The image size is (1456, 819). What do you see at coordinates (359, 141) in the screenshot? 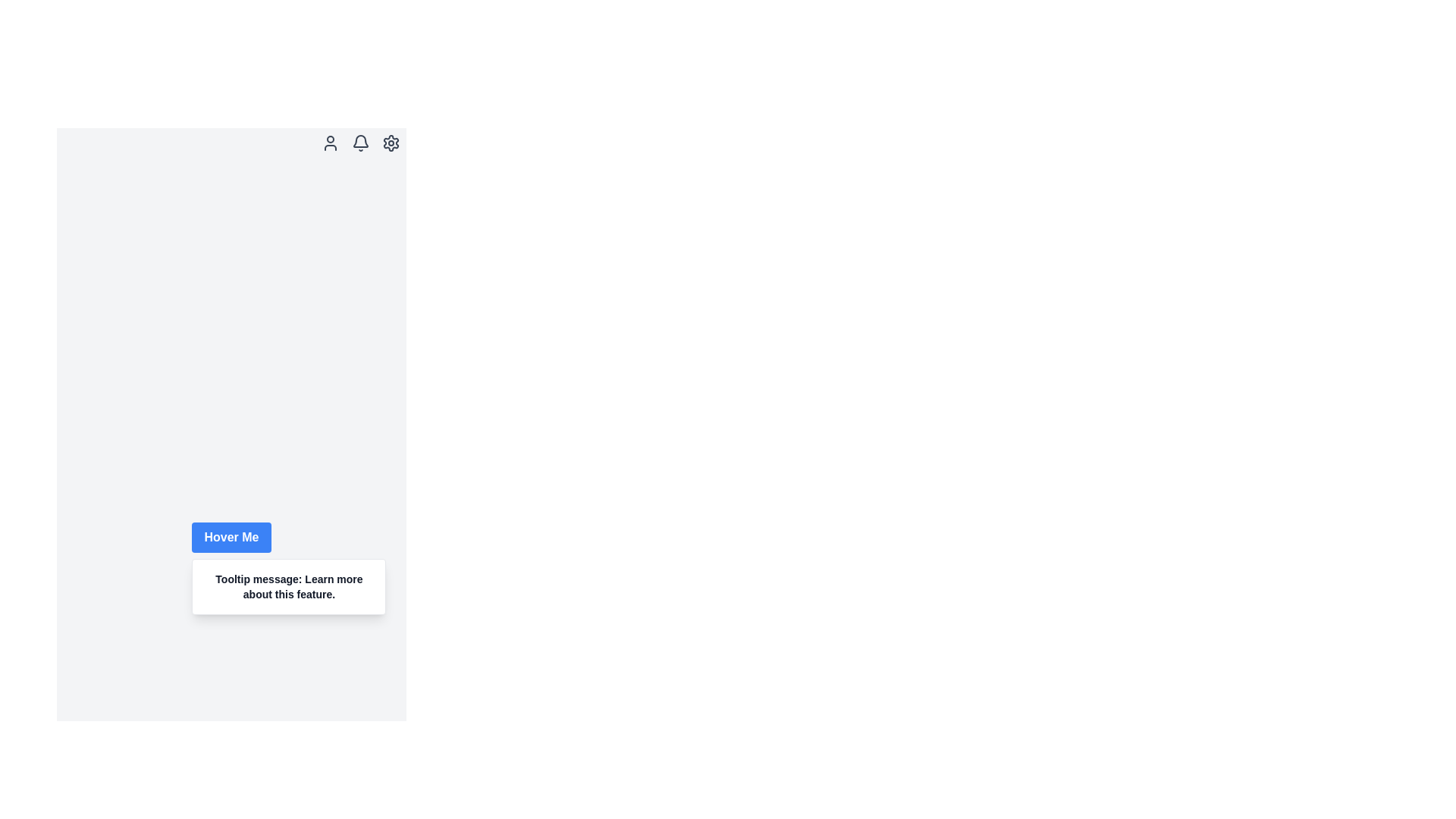
I see `the notification bell icon located at the top-right corner of the interface` at bounding box center [359, 141].